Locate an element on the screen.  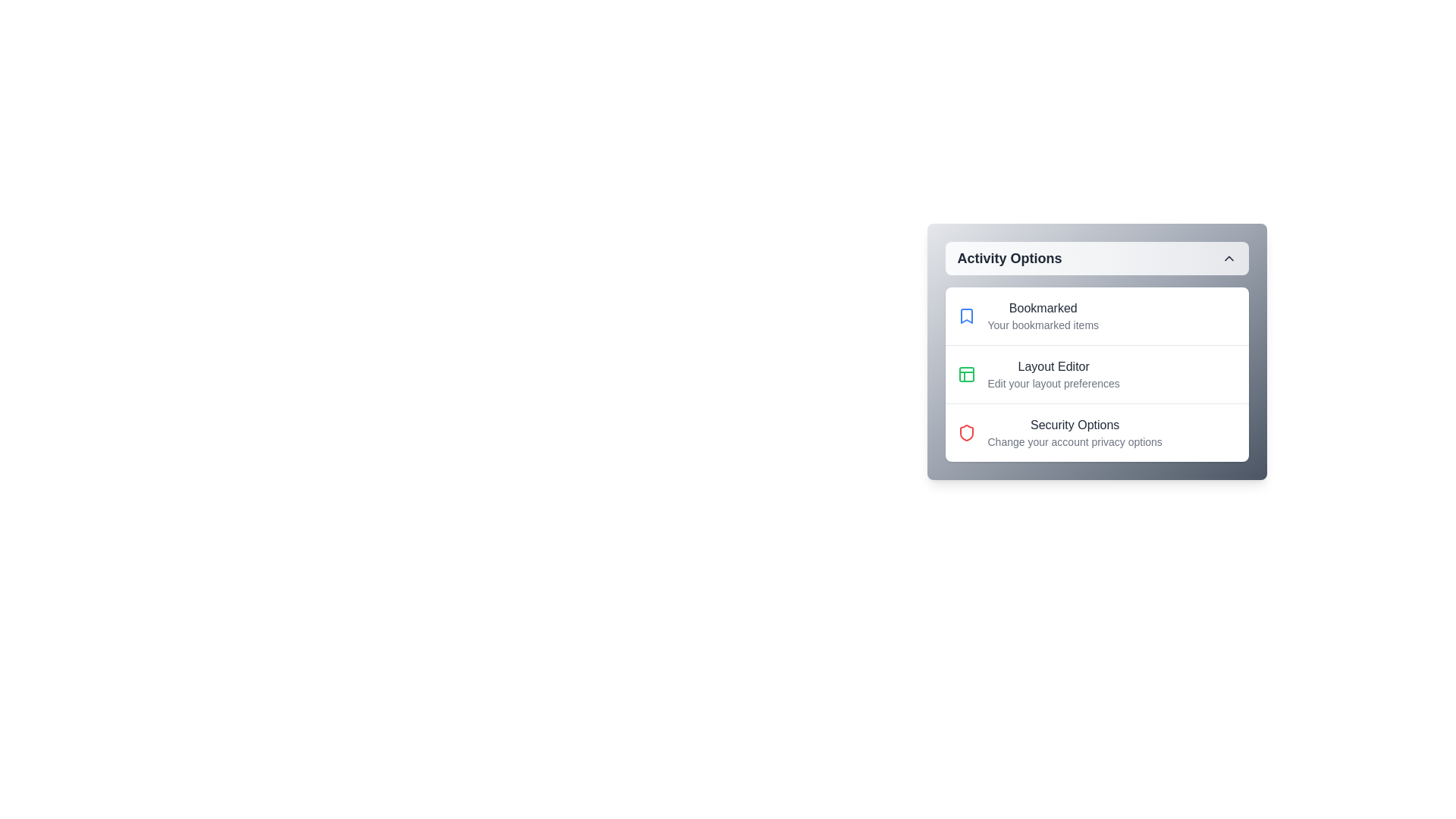
the instructional text labeled 'Your bookmarked items' which is styled in gray and positioned below the 'Bookmarked' text within the 'Activity Options' panel is located at coordinates (1042, 324).